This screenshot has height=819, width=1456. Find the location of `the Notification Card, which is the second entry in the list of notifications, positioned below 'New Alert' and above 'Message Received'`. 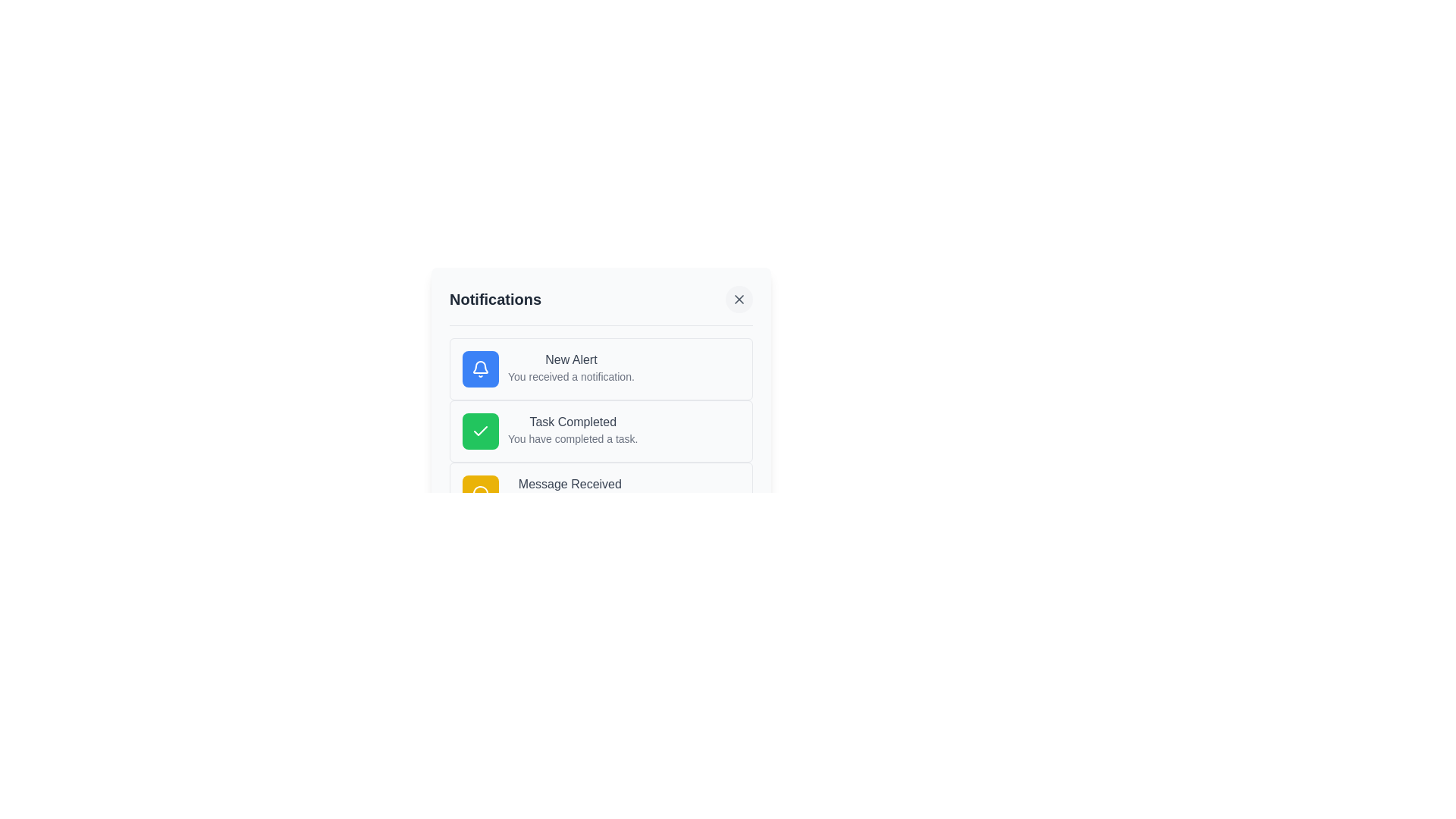

the Notification Card, which is the second entry in the list of notifications, positioned below 'New Alert' and above 'Message Received' is located at coordinates (600, 431).